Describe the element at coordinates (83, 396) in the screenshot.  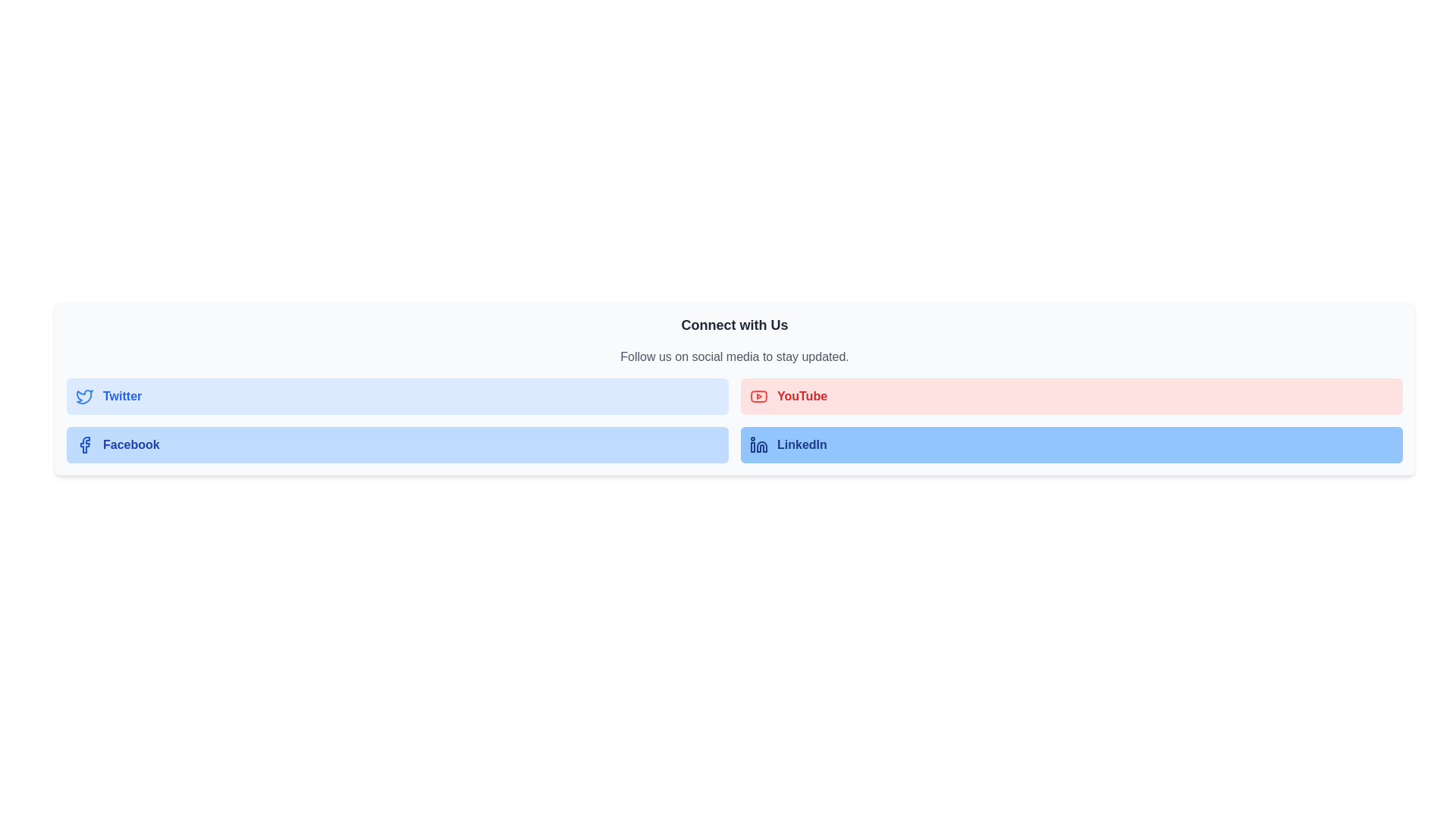
I see `the Twitter icon, which is a blue bird silhouette located on the left side of the button labeled 'Twitter' in the 'Connect with Us' section` at that location.